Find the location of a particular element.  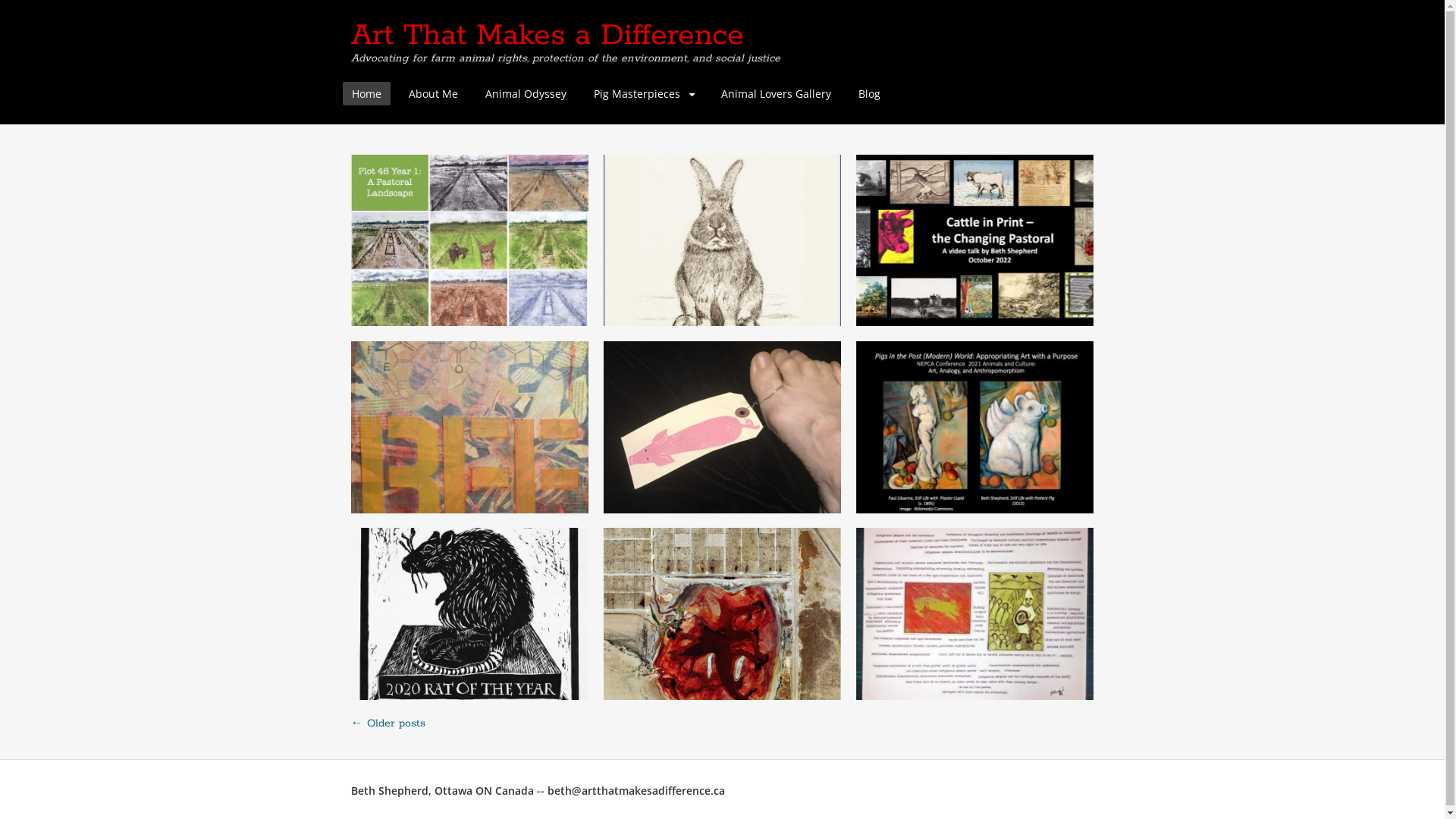

'Art That Makes a Difference' is located at coordinates (546, 34).